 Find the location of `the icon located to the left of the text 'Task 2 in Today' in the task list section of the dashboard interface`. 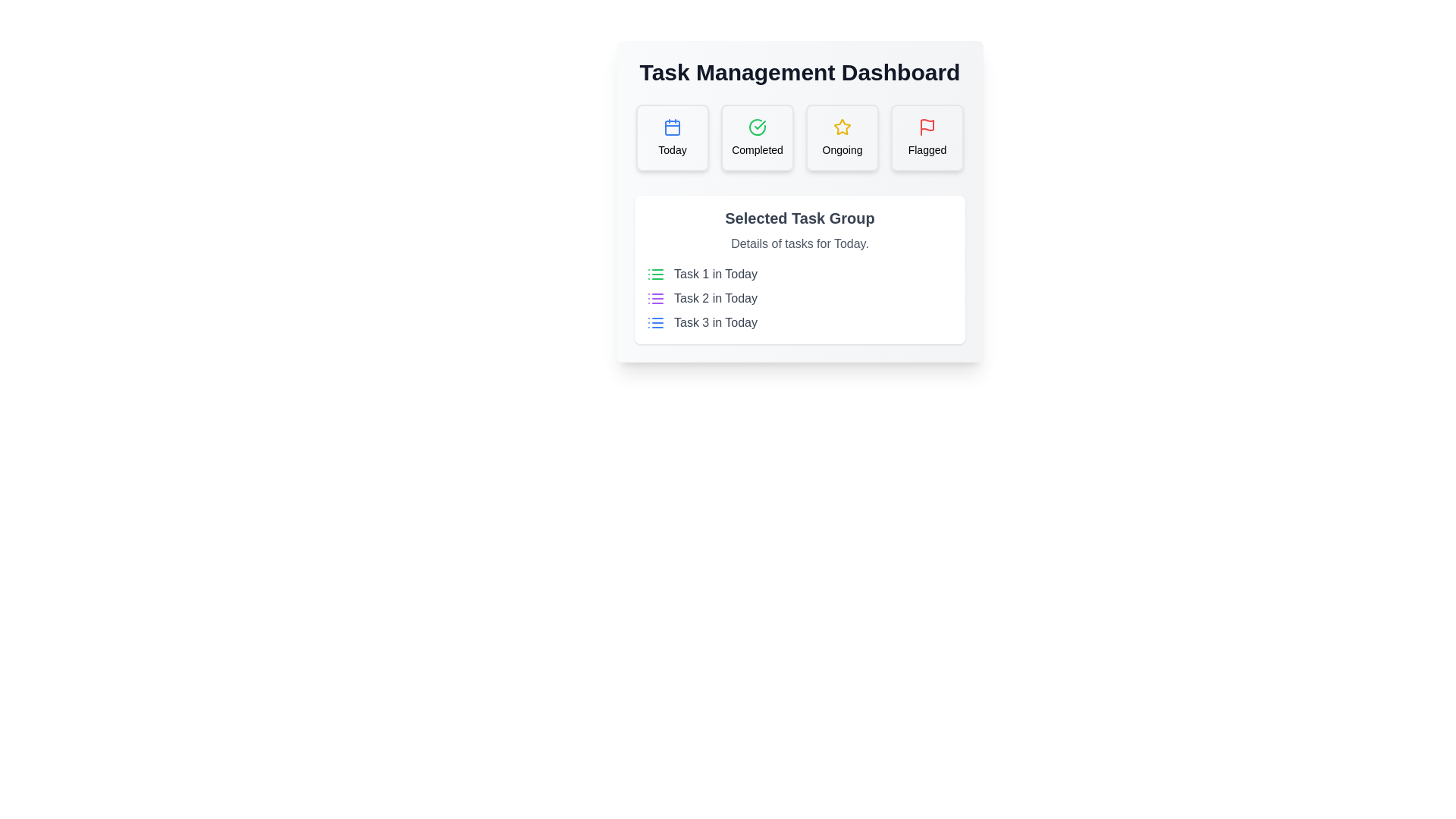

the icon located to the left of the text 'Task 2 in Today' in the task list section of the dashboard interface is located at coordinates (655, 298).